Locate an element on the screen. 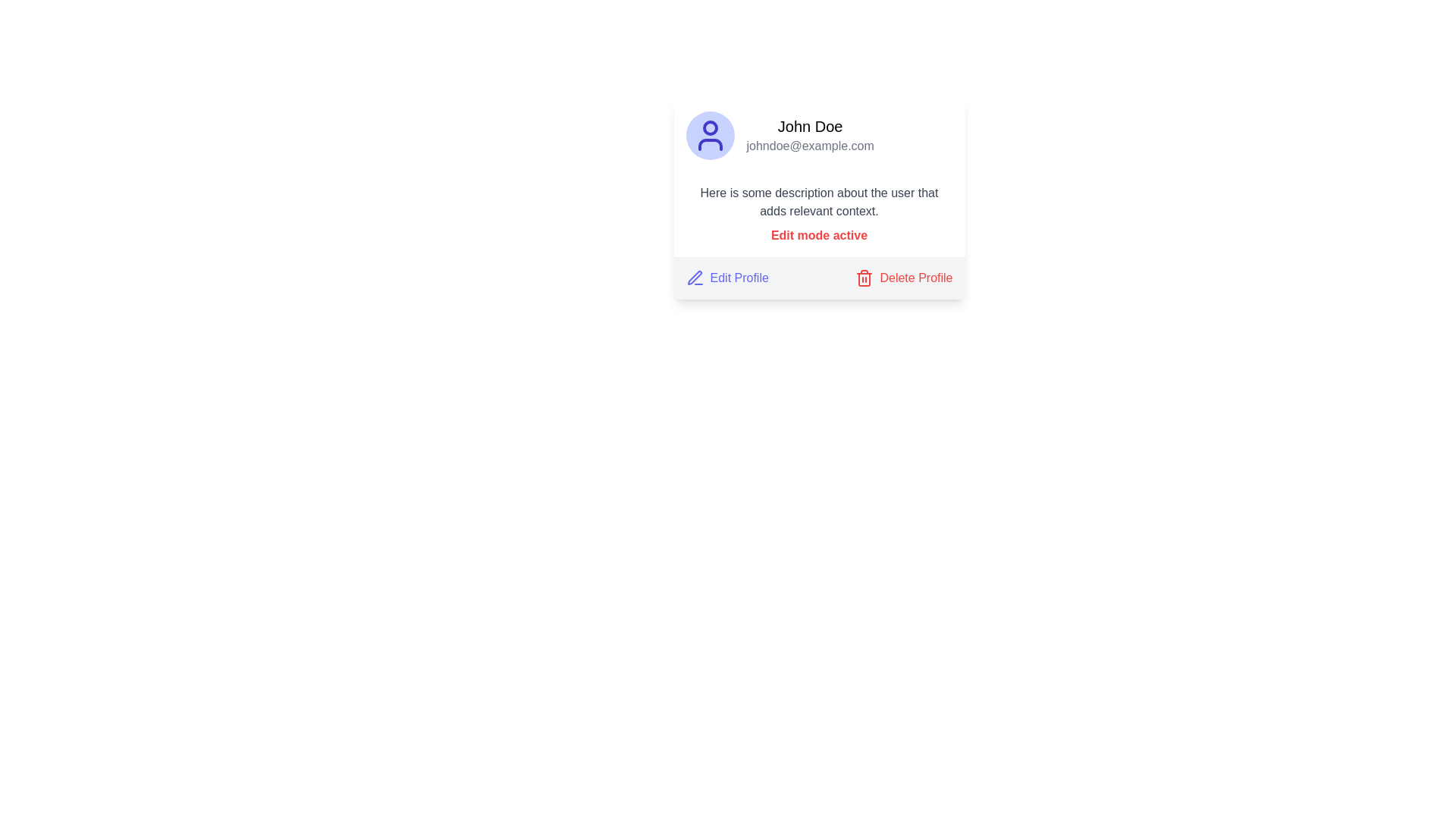 The width and height of the screenshot is (1456, 819). the static text displaying the email address 'johndoe@example.com', which is styled in gray and located below the 'John Doe' label within the user profile card is located at coordinates (809, 146).